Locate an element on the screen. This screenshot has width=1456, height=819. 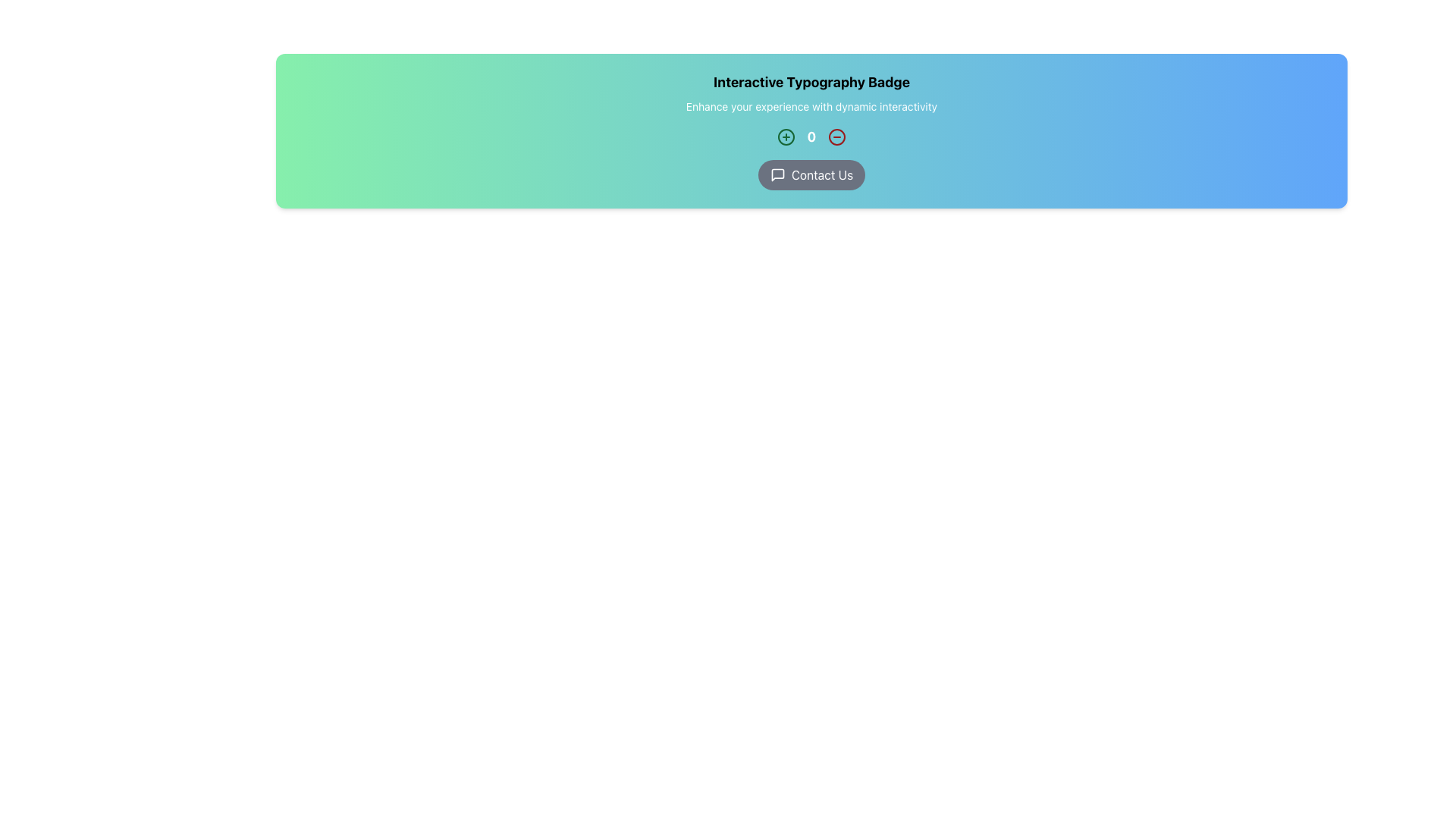
the 'Interactive Typography Badge' text label, which is styled in bold and prominently positioned at the top-center of a gradient background transitioning from green to blue is located at coordinates (811, 82).